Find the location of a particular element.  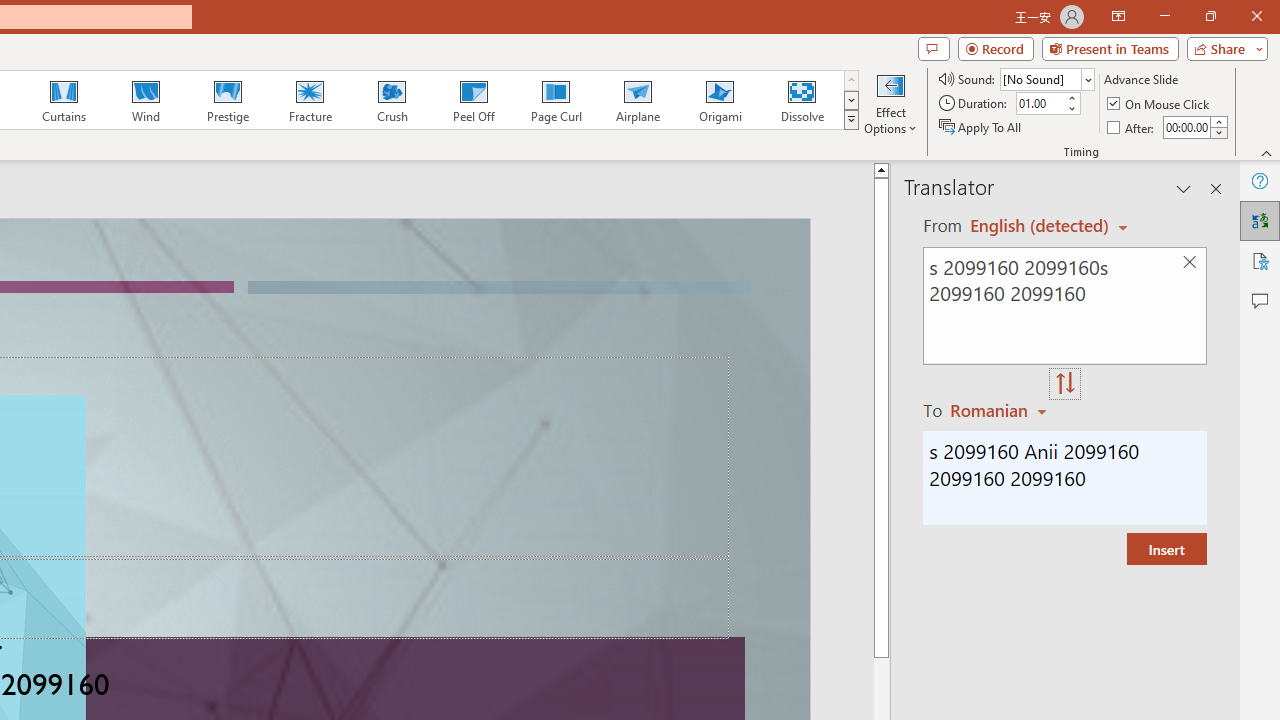

'Sound' is located at coordinates (1046, 78).